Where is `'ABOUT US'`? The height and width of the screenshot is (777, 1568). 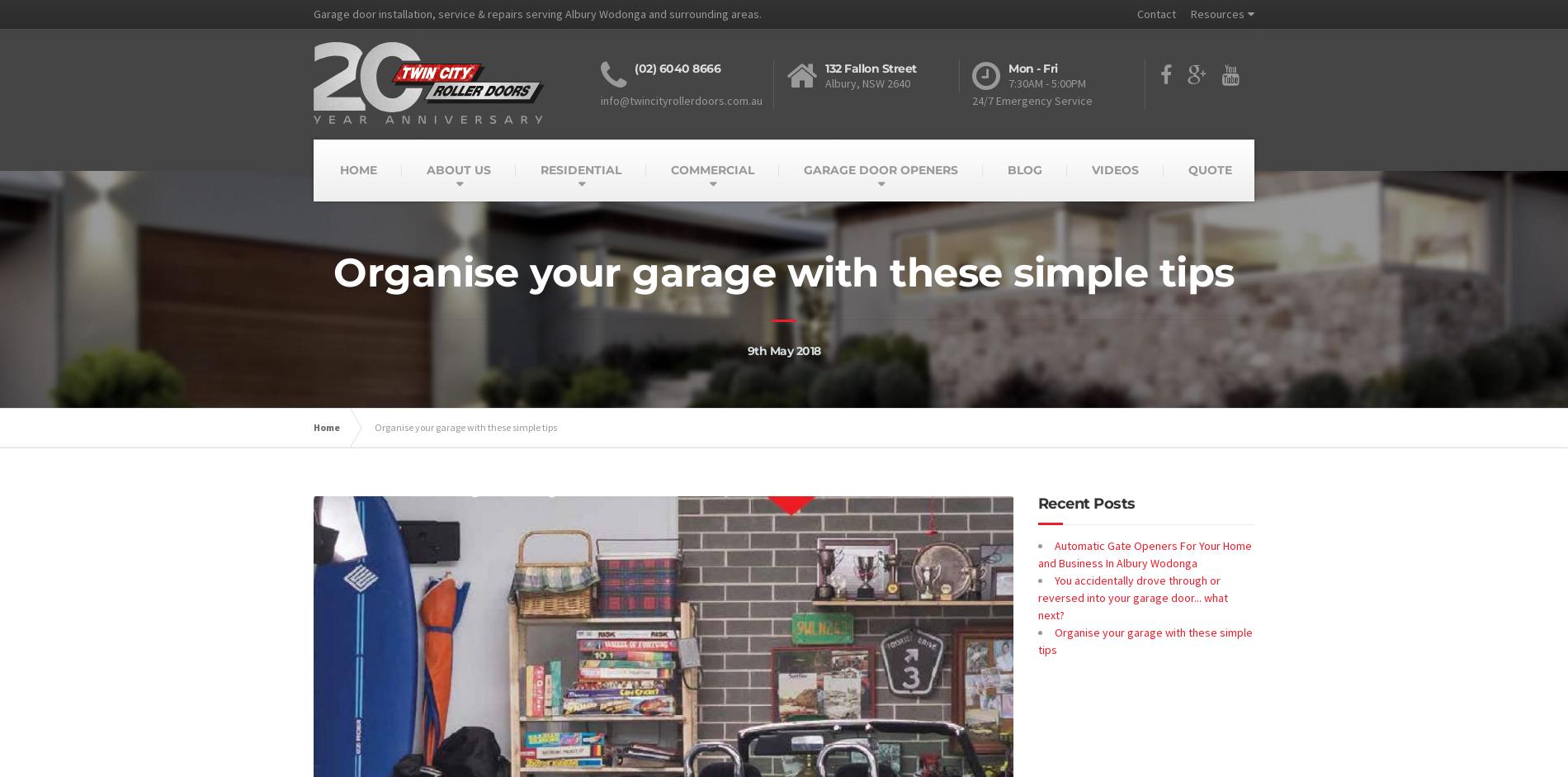
'ABOUT US' is located at coordinates (457, 169).